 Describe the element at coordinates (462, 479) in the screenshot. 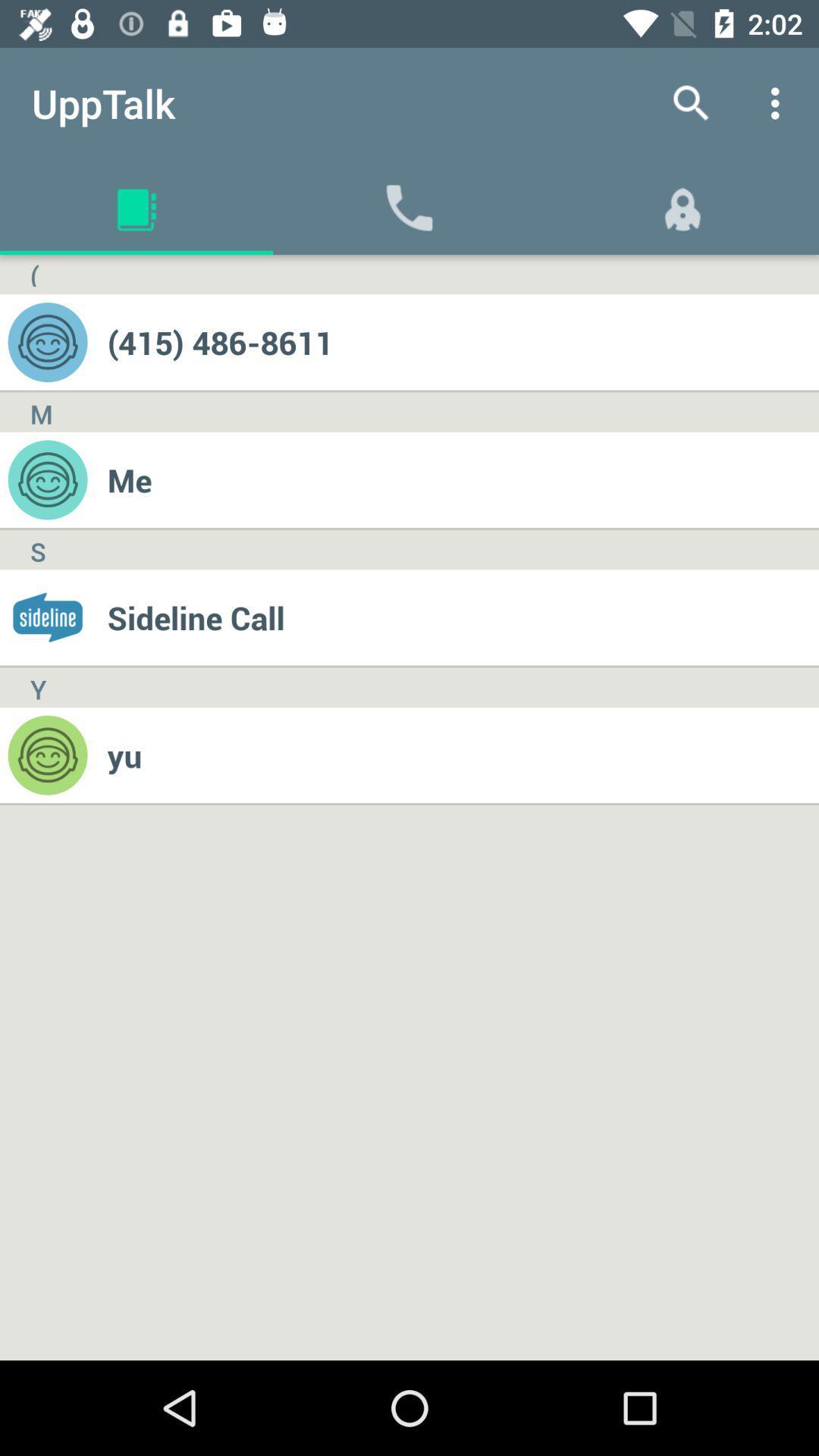

I see `me icon` at that location.